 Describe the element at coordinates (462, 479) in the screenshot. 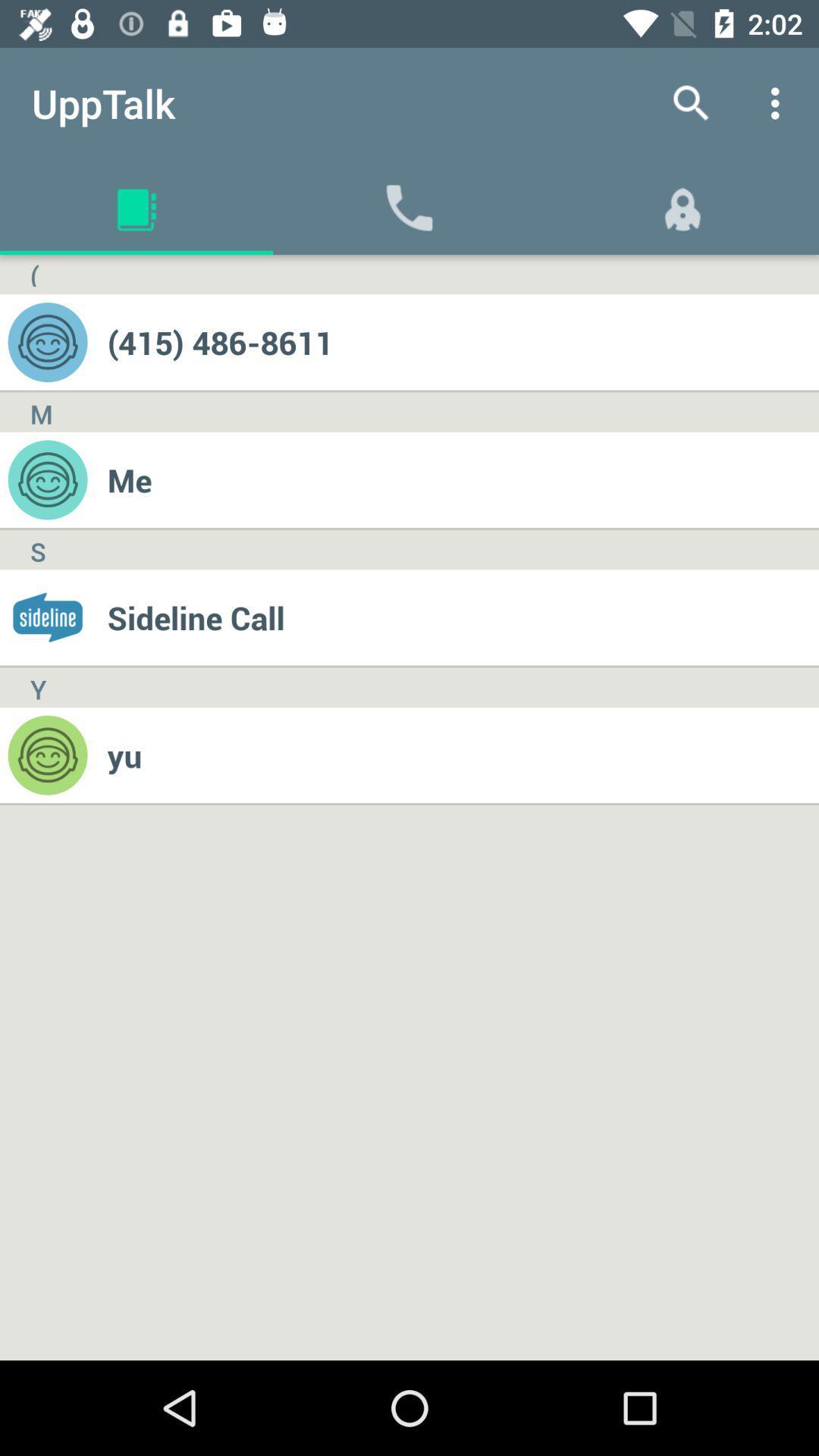

I see `me icon` at that location.